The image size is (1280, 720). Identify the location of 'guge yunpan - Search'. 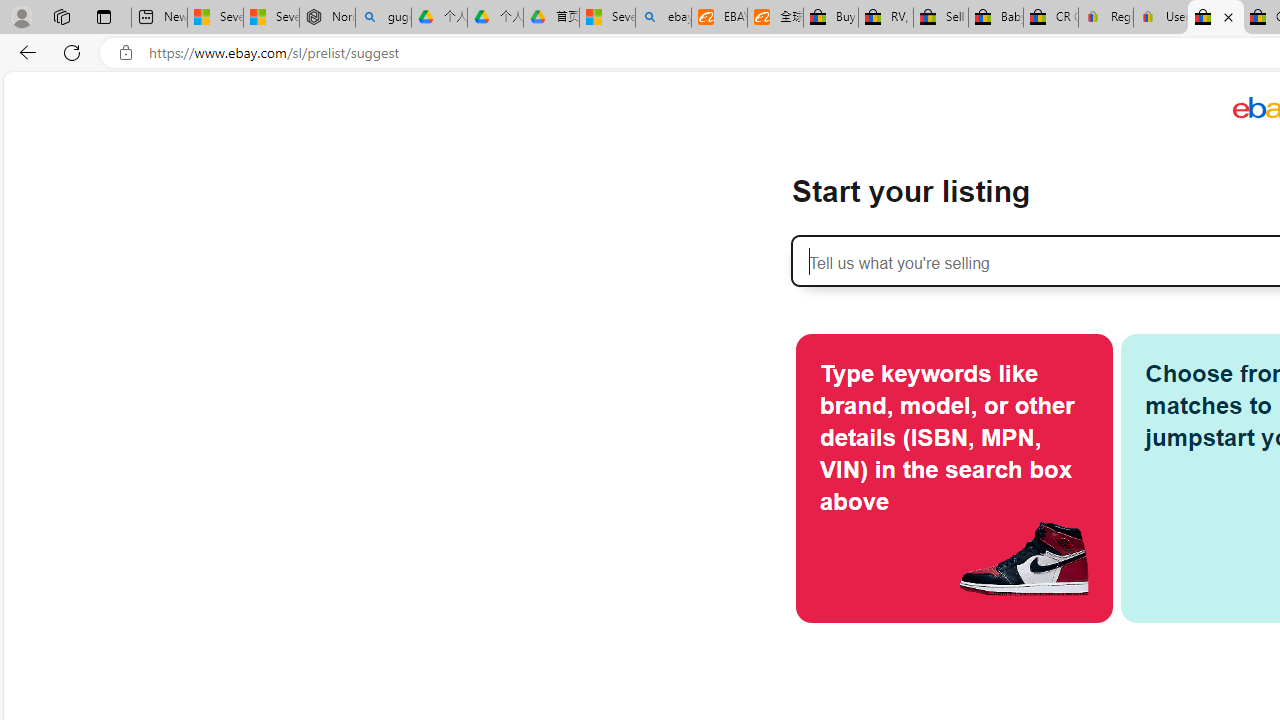
(383, 17).